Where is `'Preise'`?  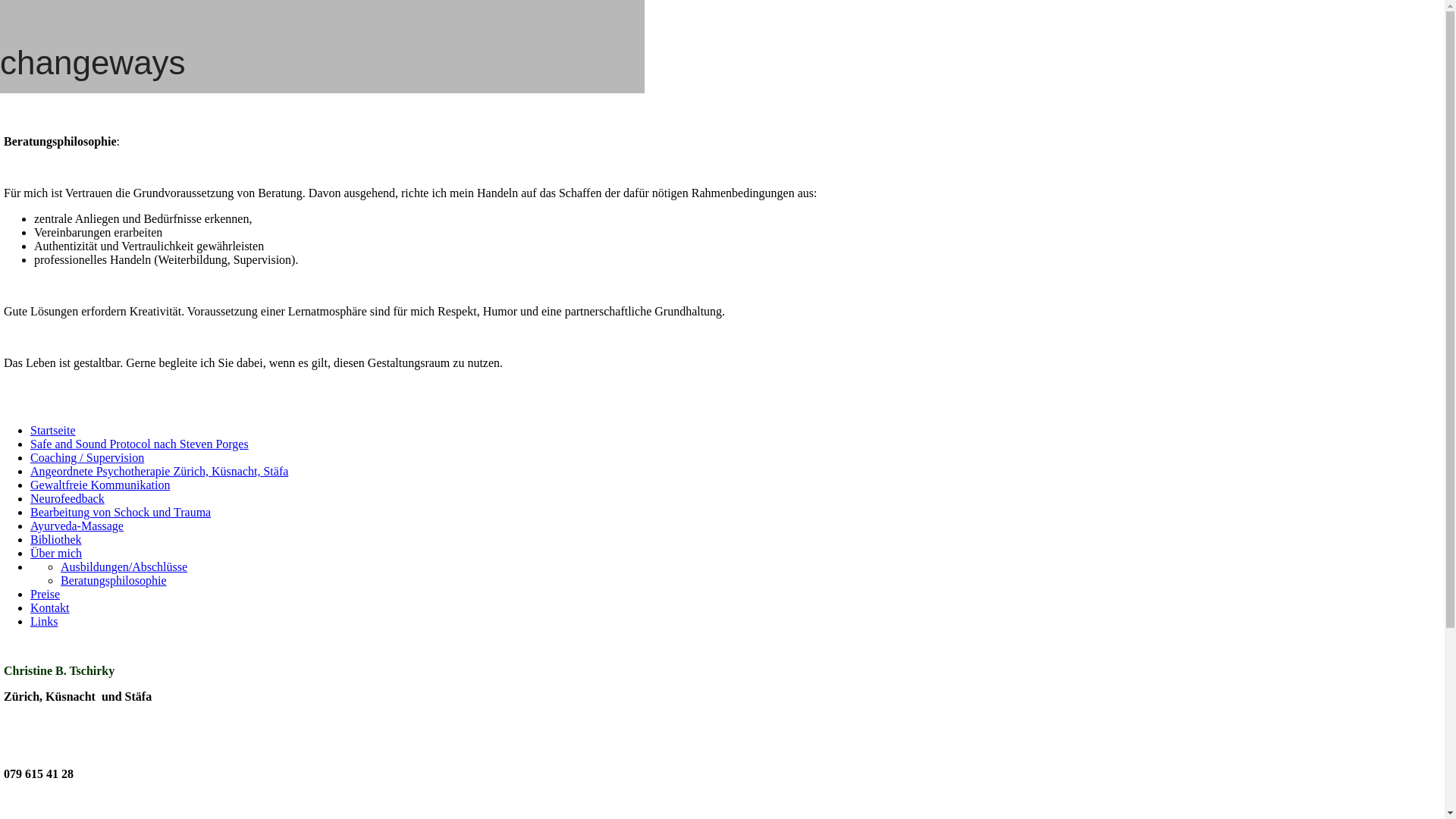 'Preise' is located at coordinates (45, 593).